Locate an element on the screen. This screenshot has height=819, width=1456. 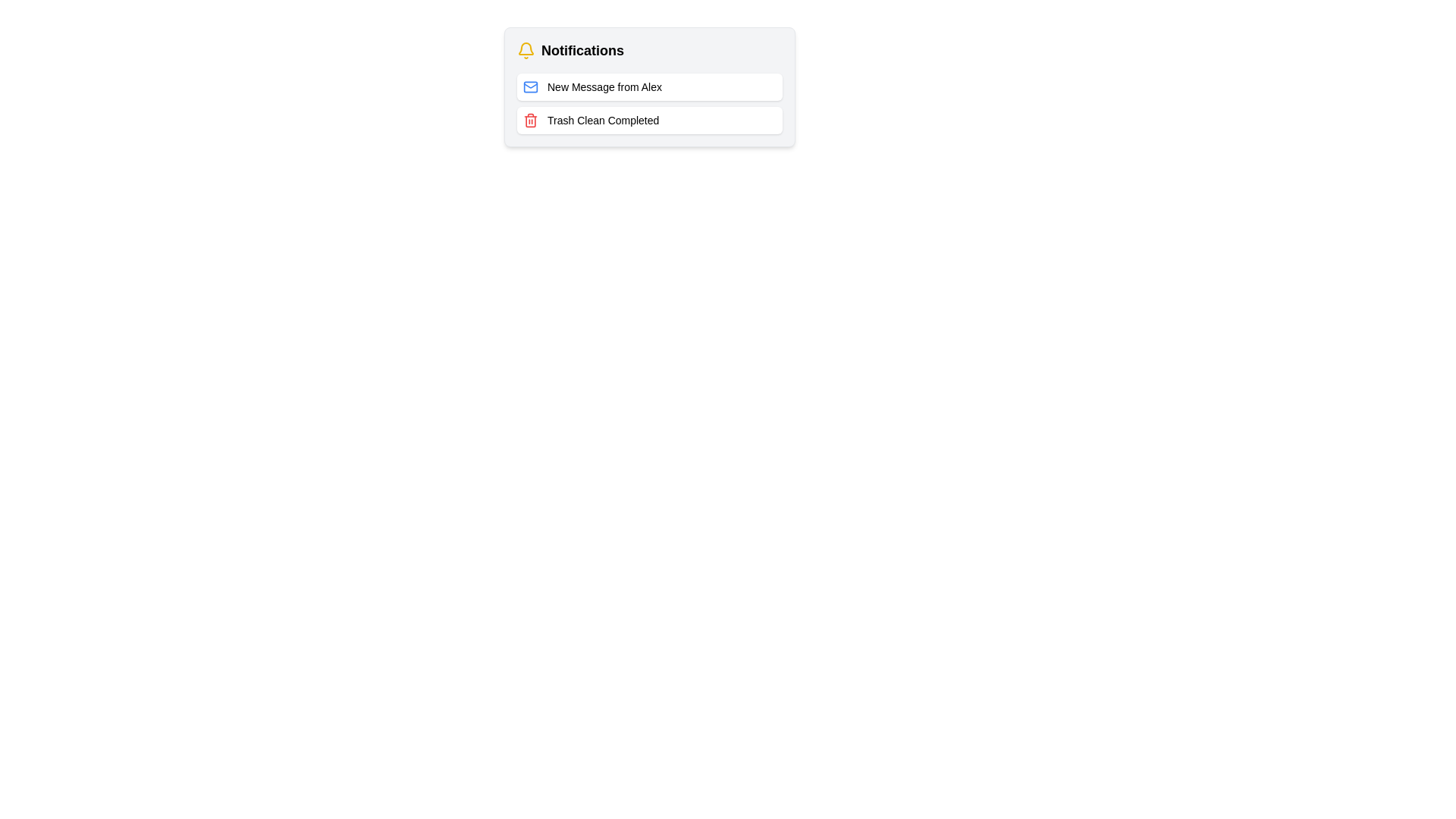
the notification icon to open the notification details is located at coordinates (526, 49).